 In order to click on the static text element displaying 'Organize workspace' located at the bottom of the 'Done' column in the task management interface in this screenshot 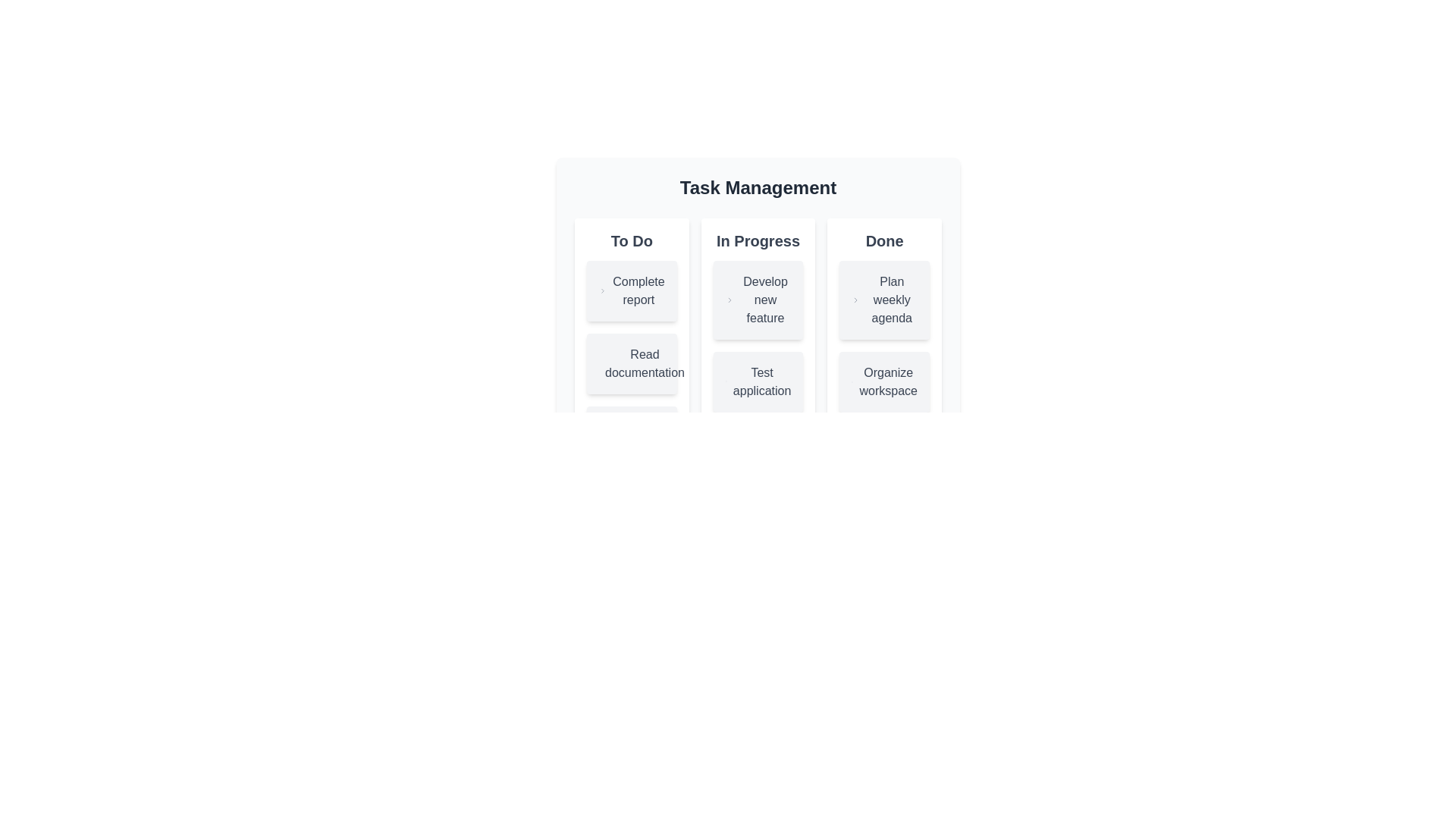, I will do `click(884, 381)`.